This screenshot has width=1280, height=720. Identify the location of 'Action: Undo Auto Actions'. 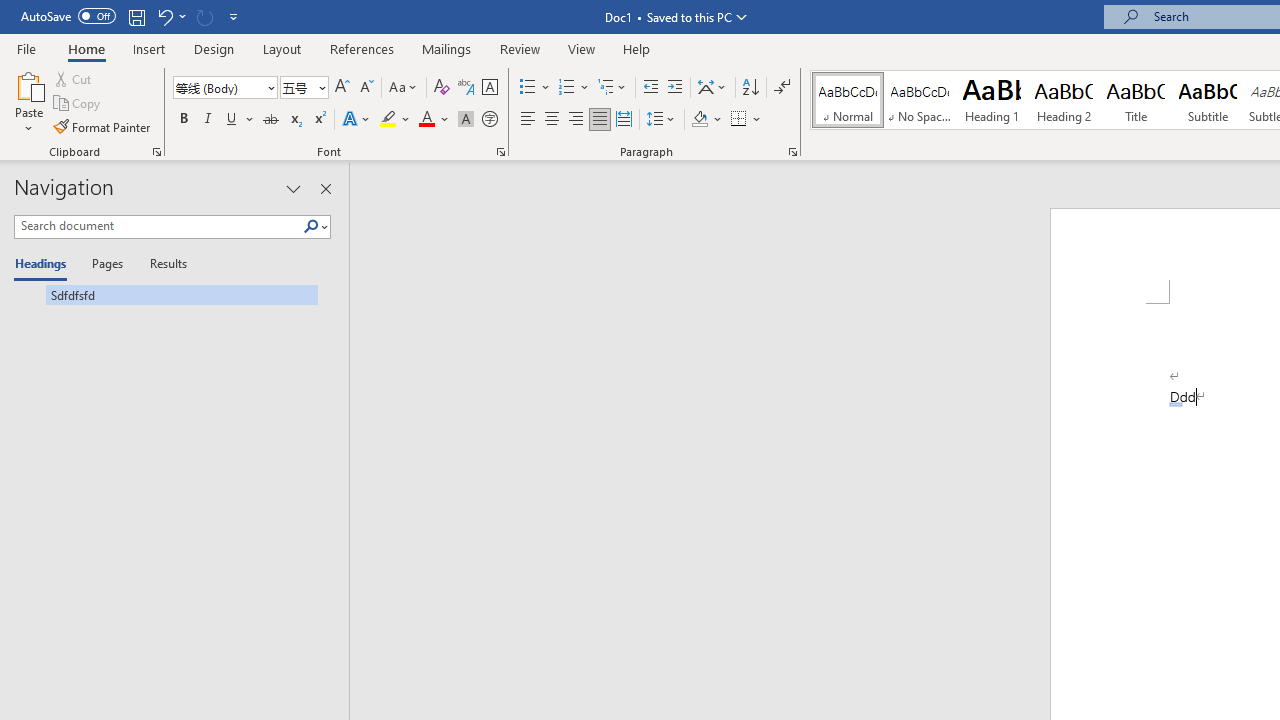
(1175, 404).